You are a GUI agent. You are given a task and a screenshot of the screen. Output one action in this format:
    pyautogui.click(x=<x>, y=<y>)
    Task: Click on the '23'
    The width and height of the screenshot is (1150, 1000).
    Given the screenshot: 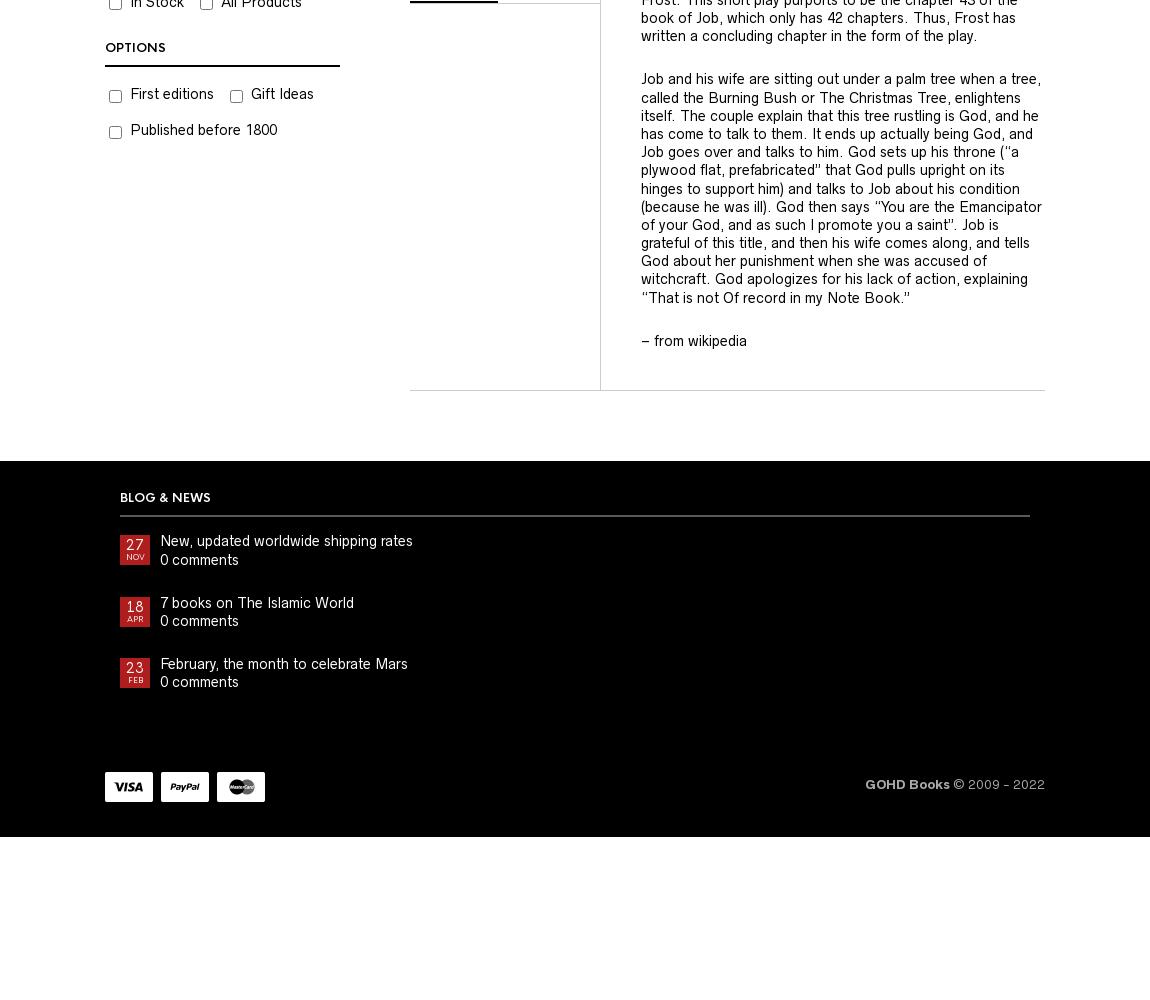 What is the action you would take?
    pyautogui.click(x=134, y=668)
    